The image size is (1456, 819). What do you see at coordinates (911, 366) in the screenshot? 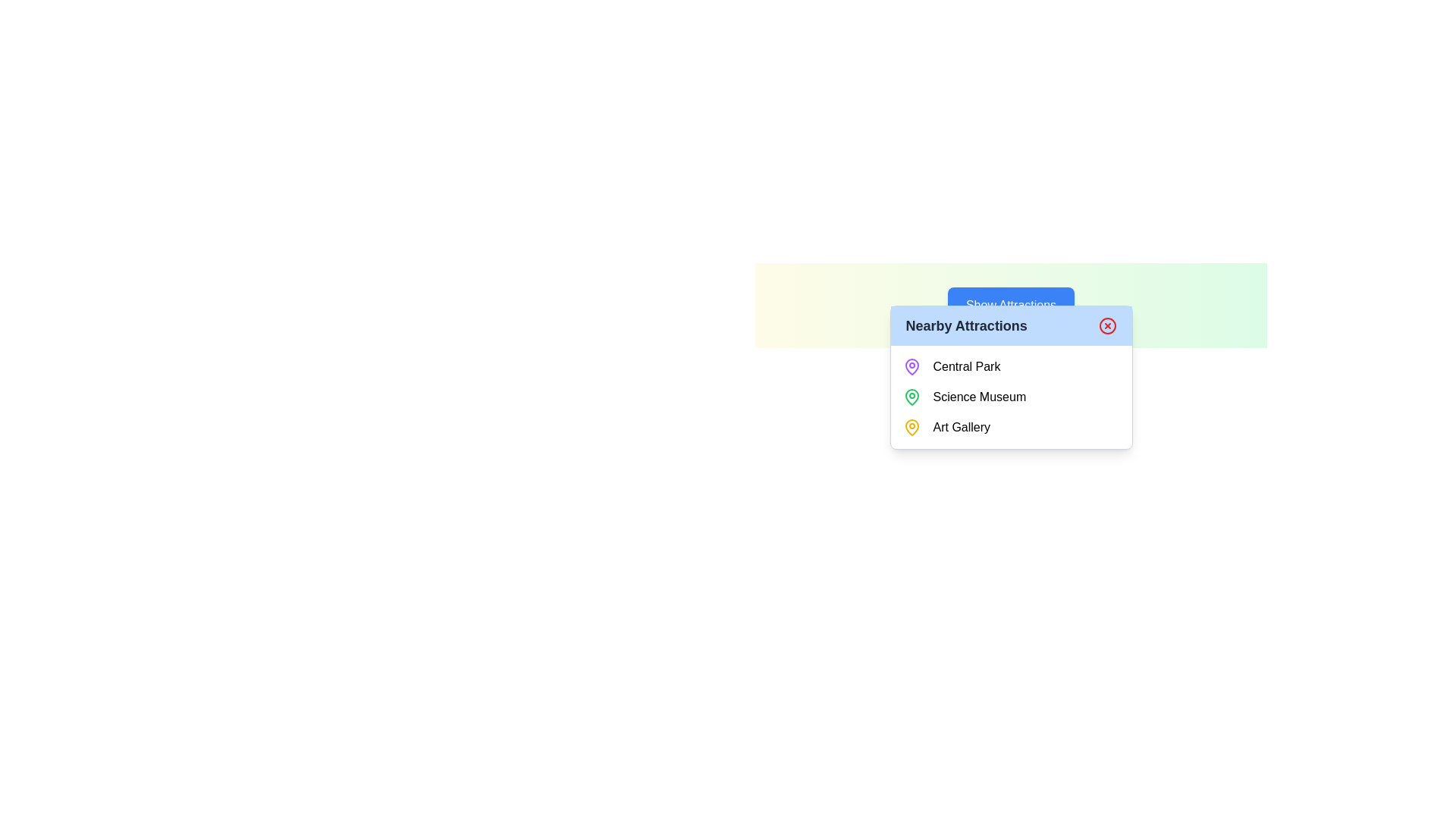
I see `visual design of the purple map pin icon located to the left of the text 'Central Park' in the 'Nearby Attractions' list` at bounding box center [911, 366].